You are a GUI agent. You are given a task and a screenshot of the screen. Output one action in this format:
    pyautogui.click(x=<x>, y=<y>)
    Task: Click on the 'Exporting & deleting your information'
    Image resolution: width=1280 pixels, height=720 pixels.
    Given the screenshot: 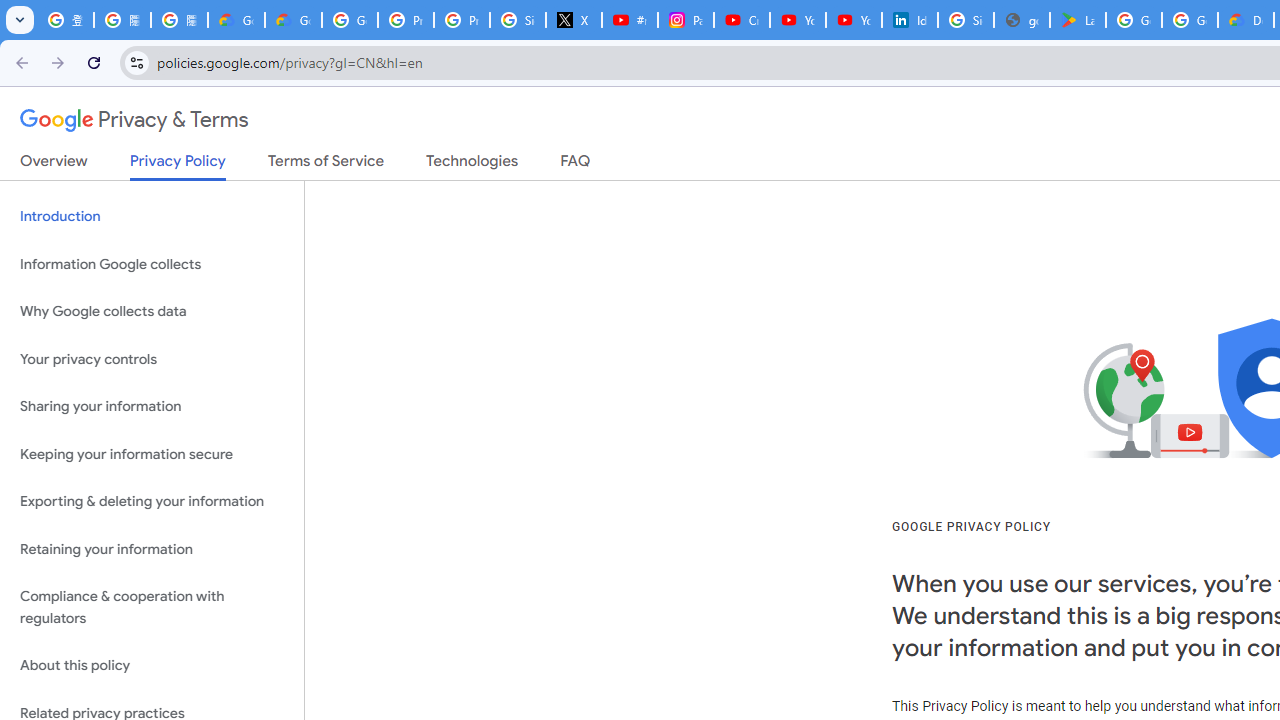 What is the action you would take?
    pyautogui.click(x=151, y=501)
    